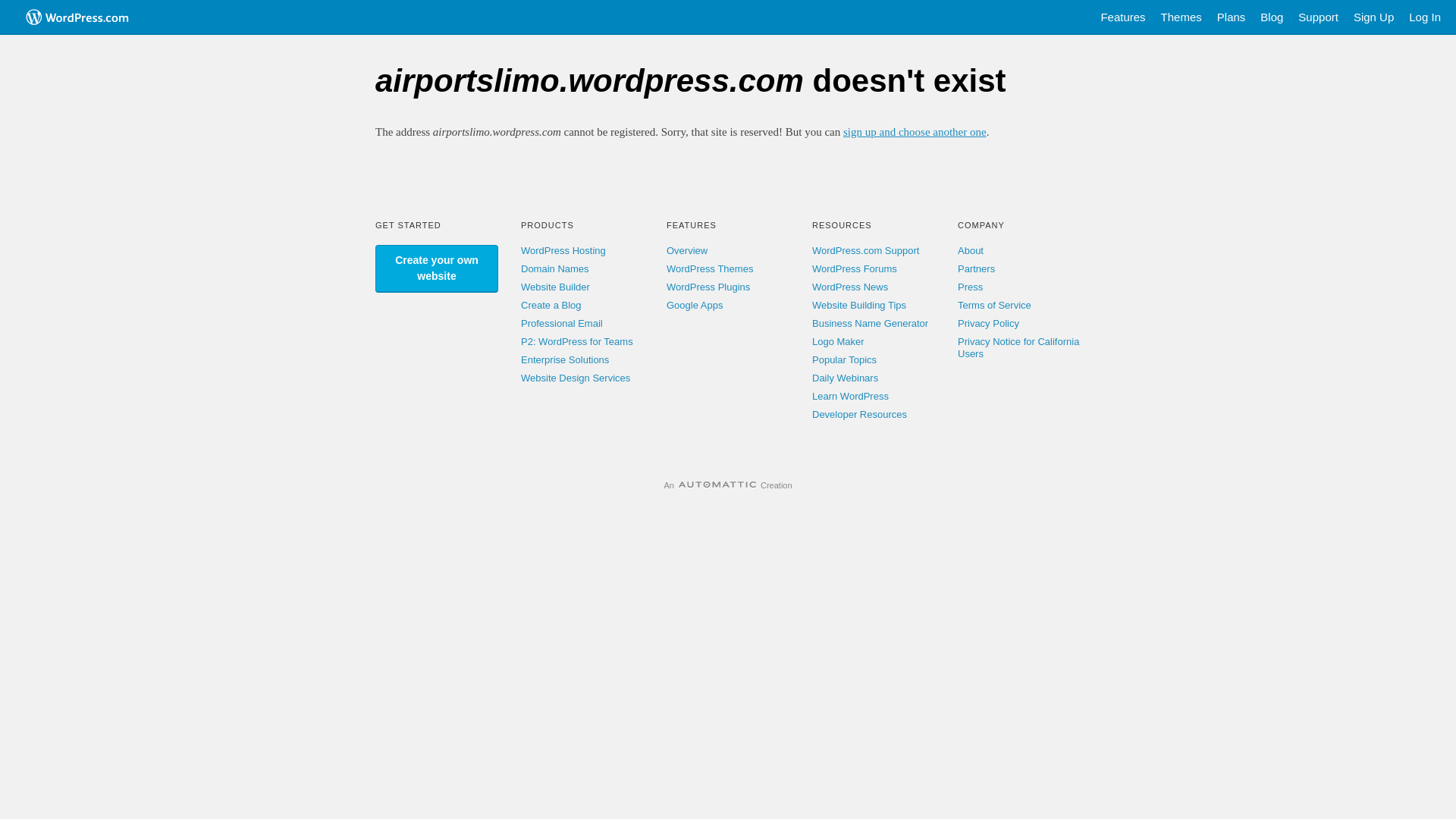 Image resolution: width=1456 pixels, height=819 pixels. What do you see at coordinates (1373, 17) in the screenshot?
I see `'Sign Up'` at bounding box center [1373, 17].